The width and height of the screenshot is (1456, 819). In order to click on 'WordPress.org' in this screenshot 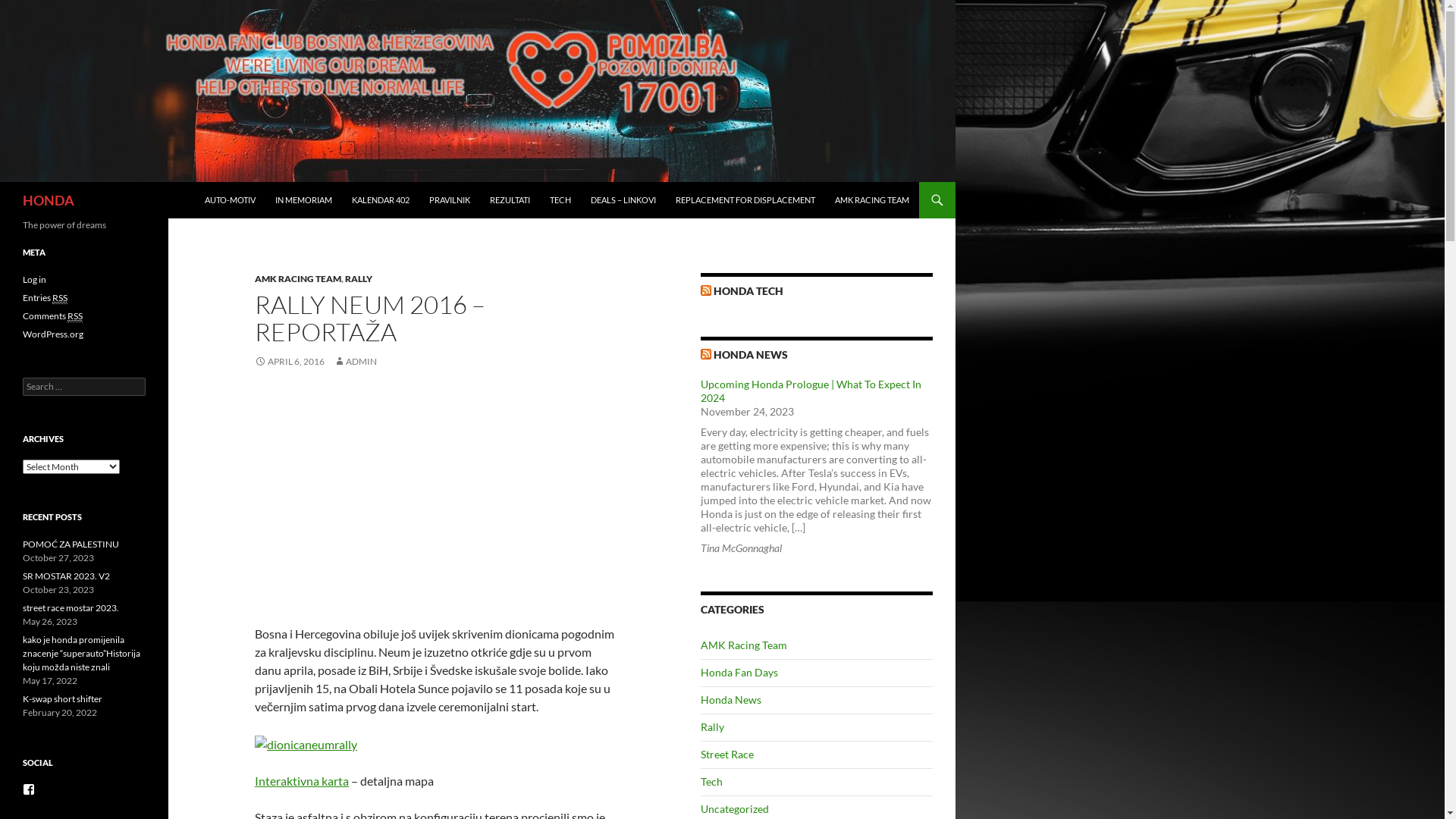, I will do `click(53, 333)`.